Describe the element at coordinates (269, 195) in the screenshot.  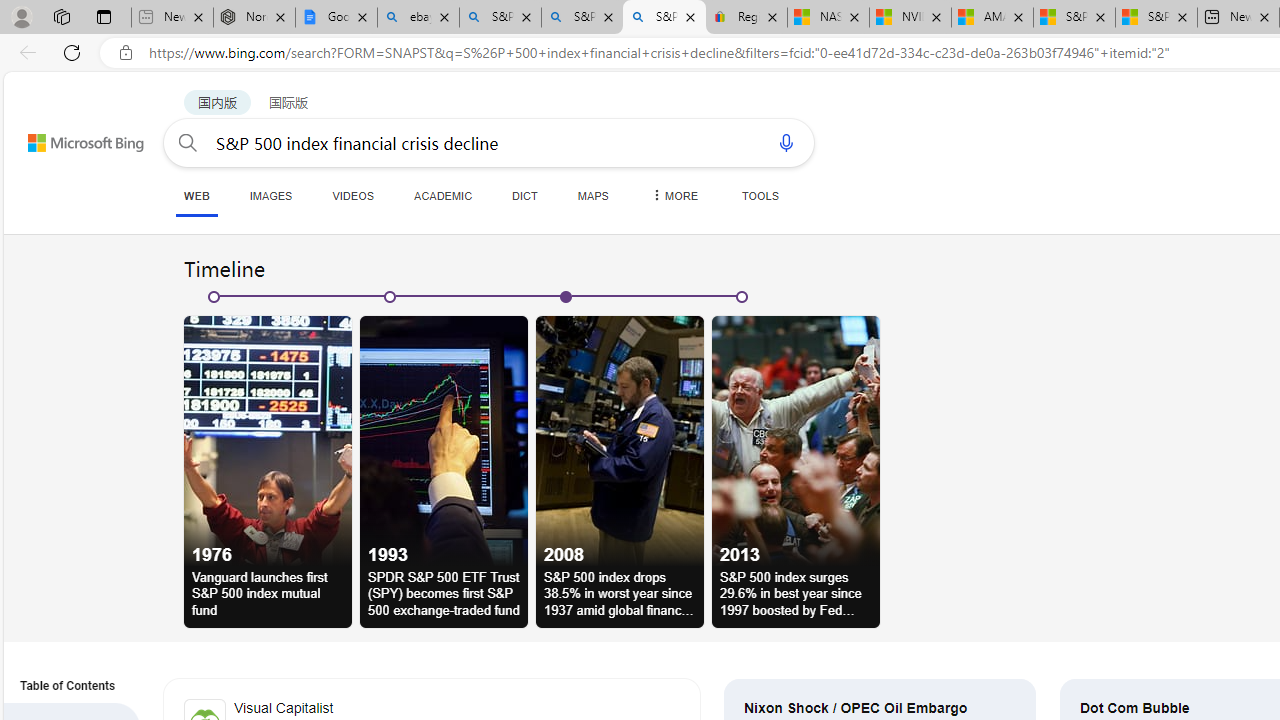
I see `'IMAGES'` at that location.